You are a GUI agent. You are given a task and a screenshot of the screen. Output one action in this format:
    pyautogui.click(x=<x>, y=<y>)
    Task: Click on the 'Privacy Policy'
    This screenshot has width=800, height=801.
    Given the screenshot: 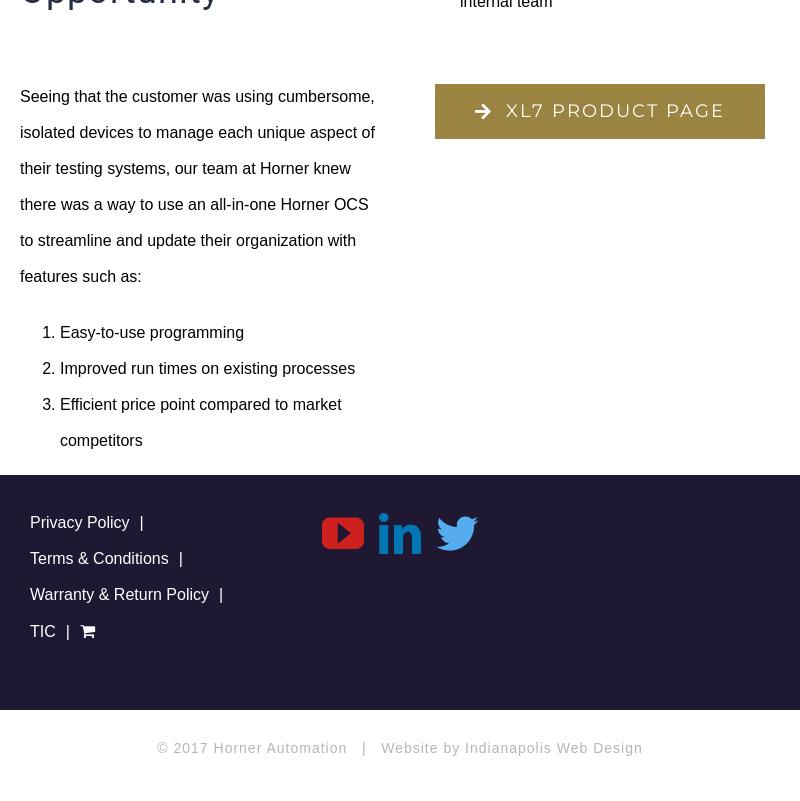 What is the action you would take?
    pyautogui.click(x=79, y=521)
    